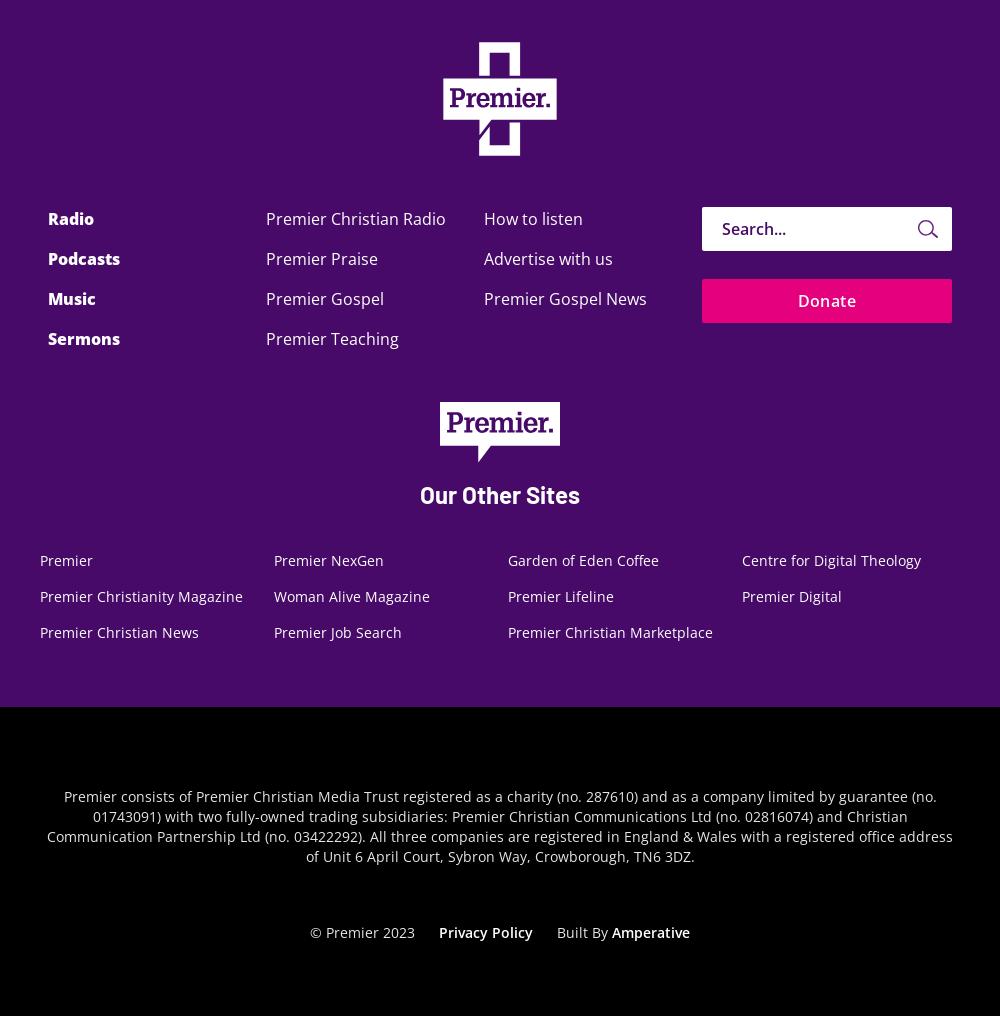 This screenshot has height=1016, width=1000. I want to click on 'Premier Gospel News', so click(563, 298).